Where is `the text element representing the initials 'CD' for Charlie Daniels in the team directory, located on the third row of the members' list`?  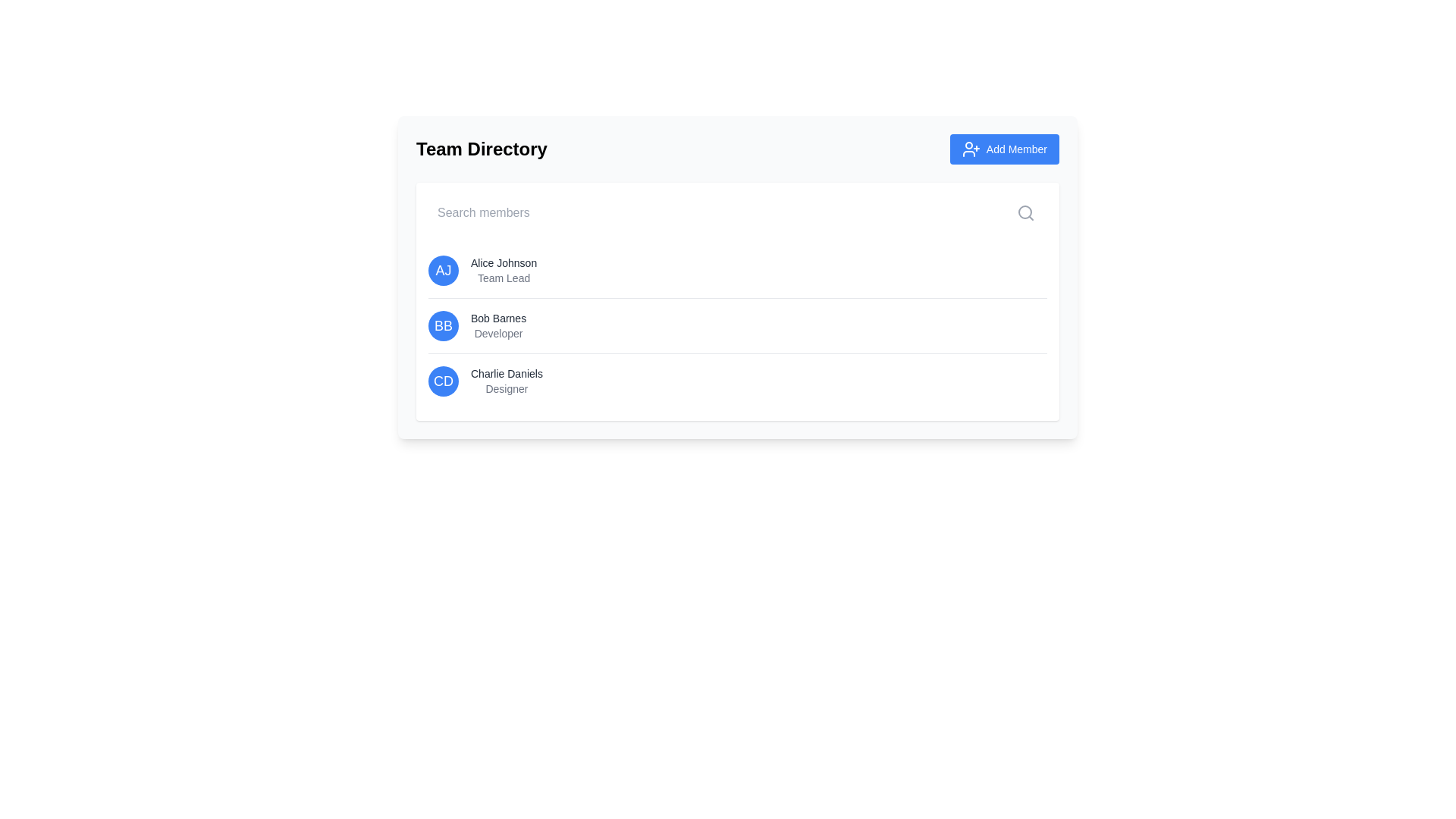
the text element representing the initials 'CD' for Charlie Daniels in the team directory, located on the third row of the members' list is located at coordinates (443, 380).